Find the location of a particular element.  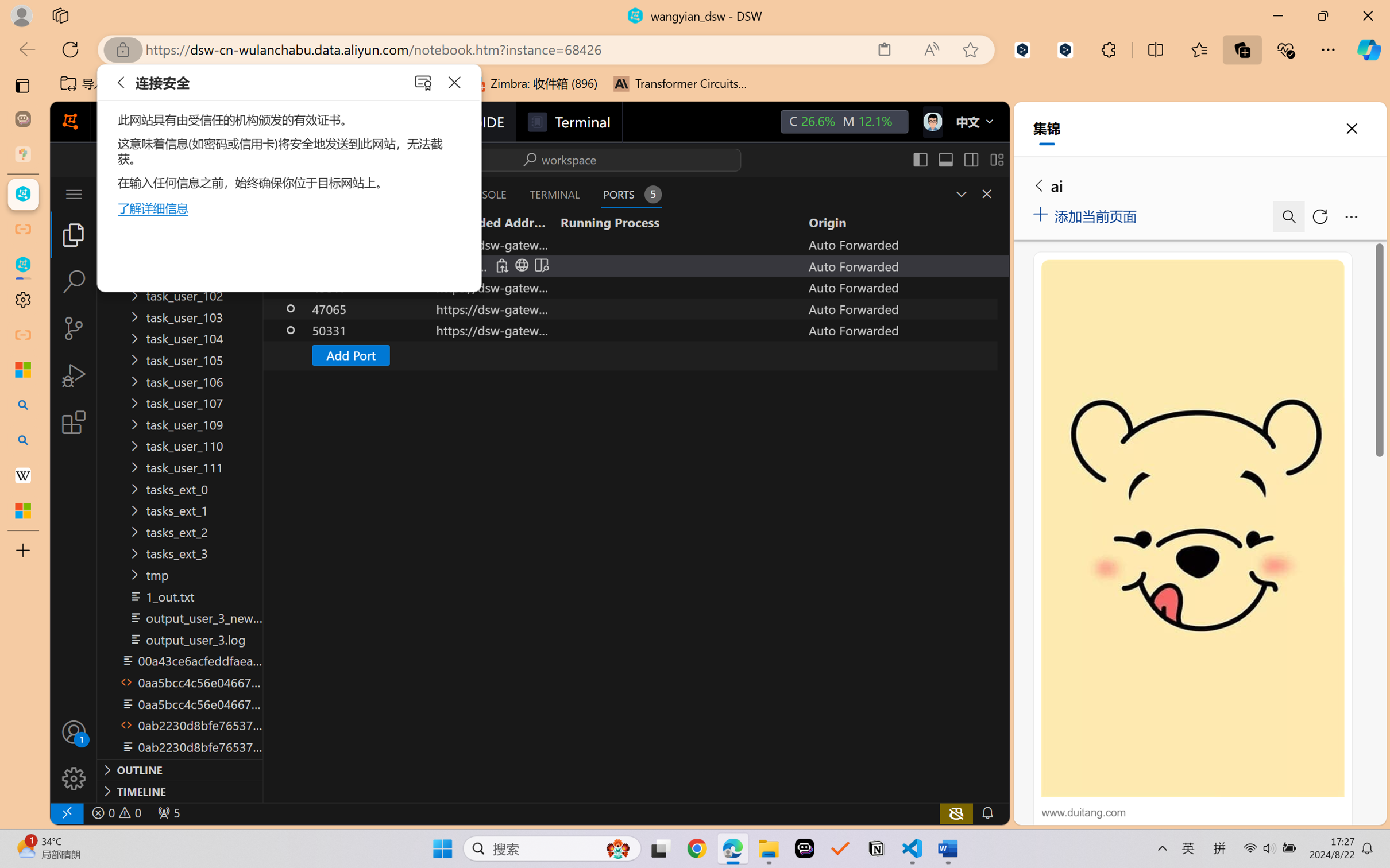

'No Problems' is located at coordinates (115, 812).